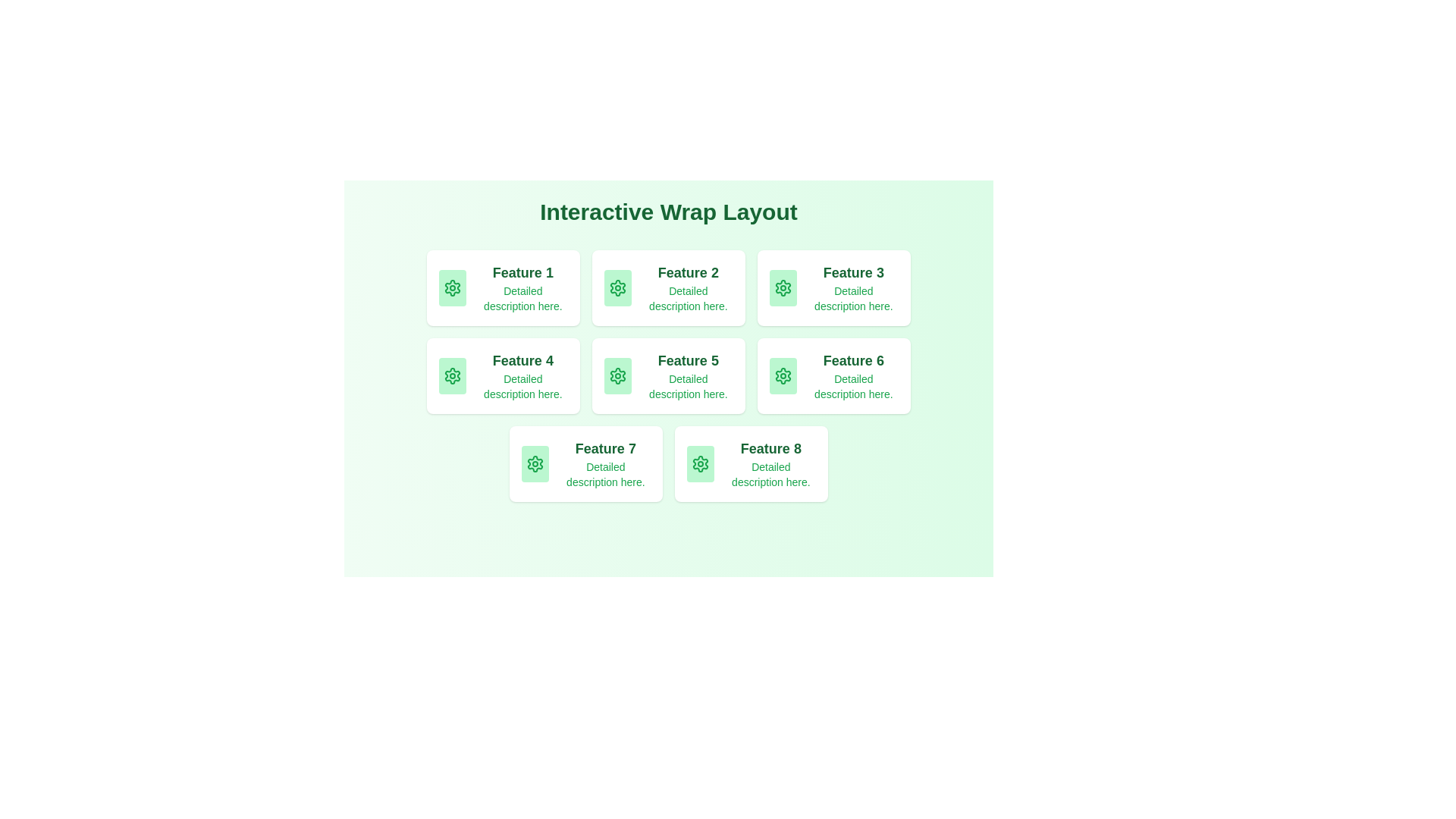 The height and width of the screenshot is (819, 1456). I want to click on the settings icon button located in the 'Feature 4' section, so click(451, 375).